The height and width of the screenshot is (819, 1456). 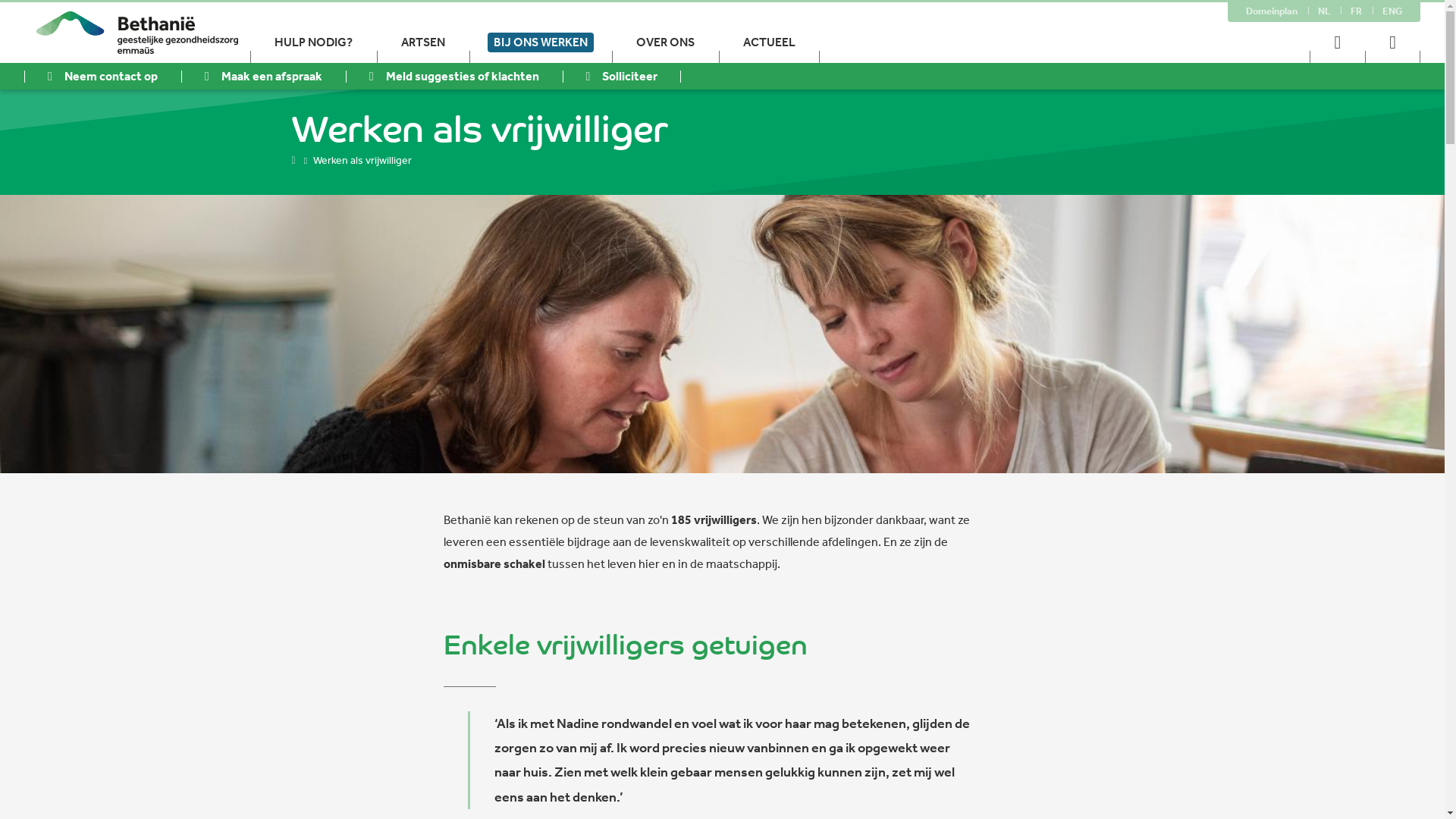 I want to click on 'NL', so click(x=1323, y=11).